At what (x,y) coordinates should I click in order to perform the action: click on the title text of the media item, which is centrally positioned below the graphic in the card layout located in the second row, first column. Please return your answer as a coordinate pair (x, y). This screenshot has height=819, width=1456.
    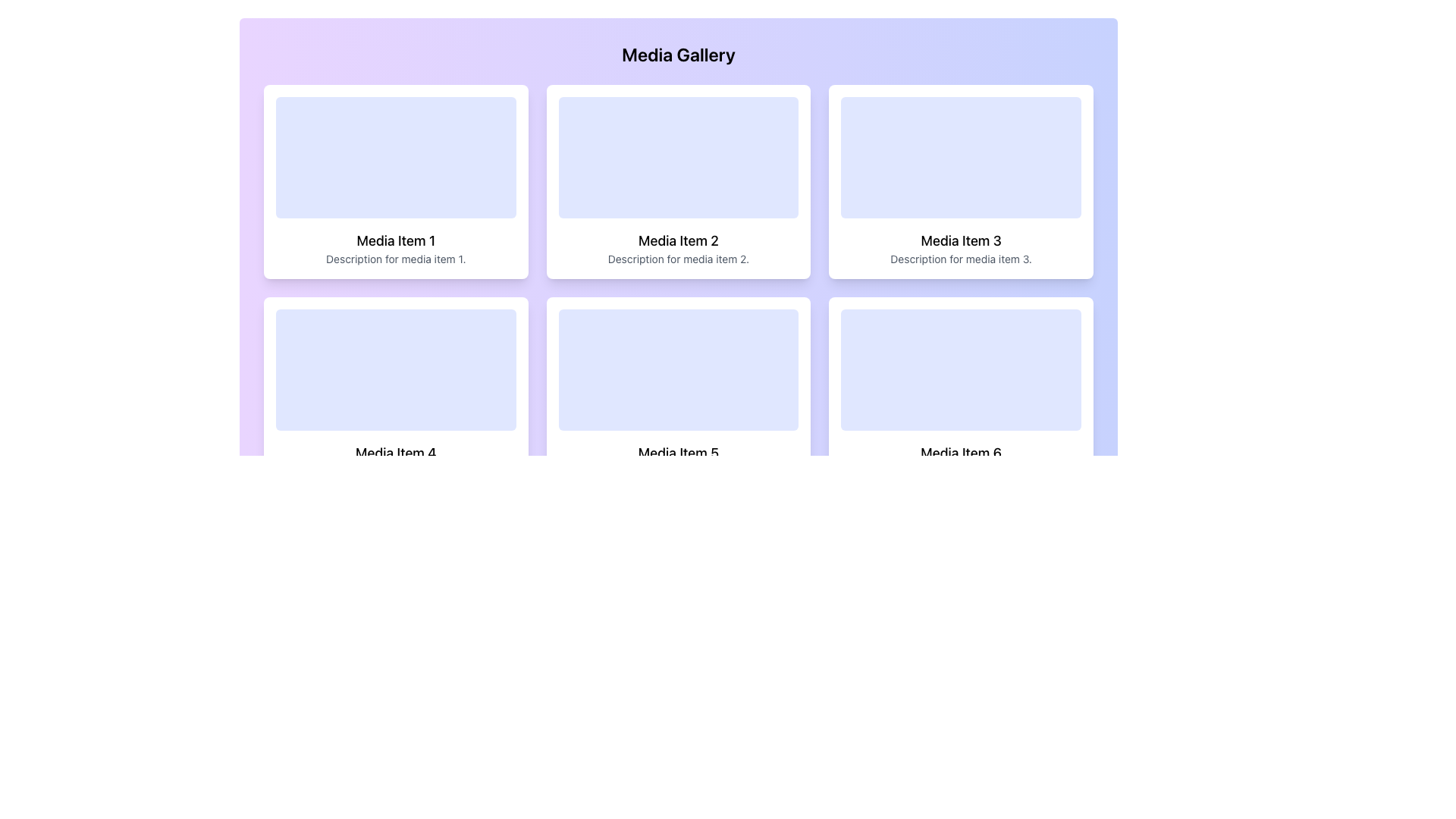
    Looking at the image, I should click on (396, 452).